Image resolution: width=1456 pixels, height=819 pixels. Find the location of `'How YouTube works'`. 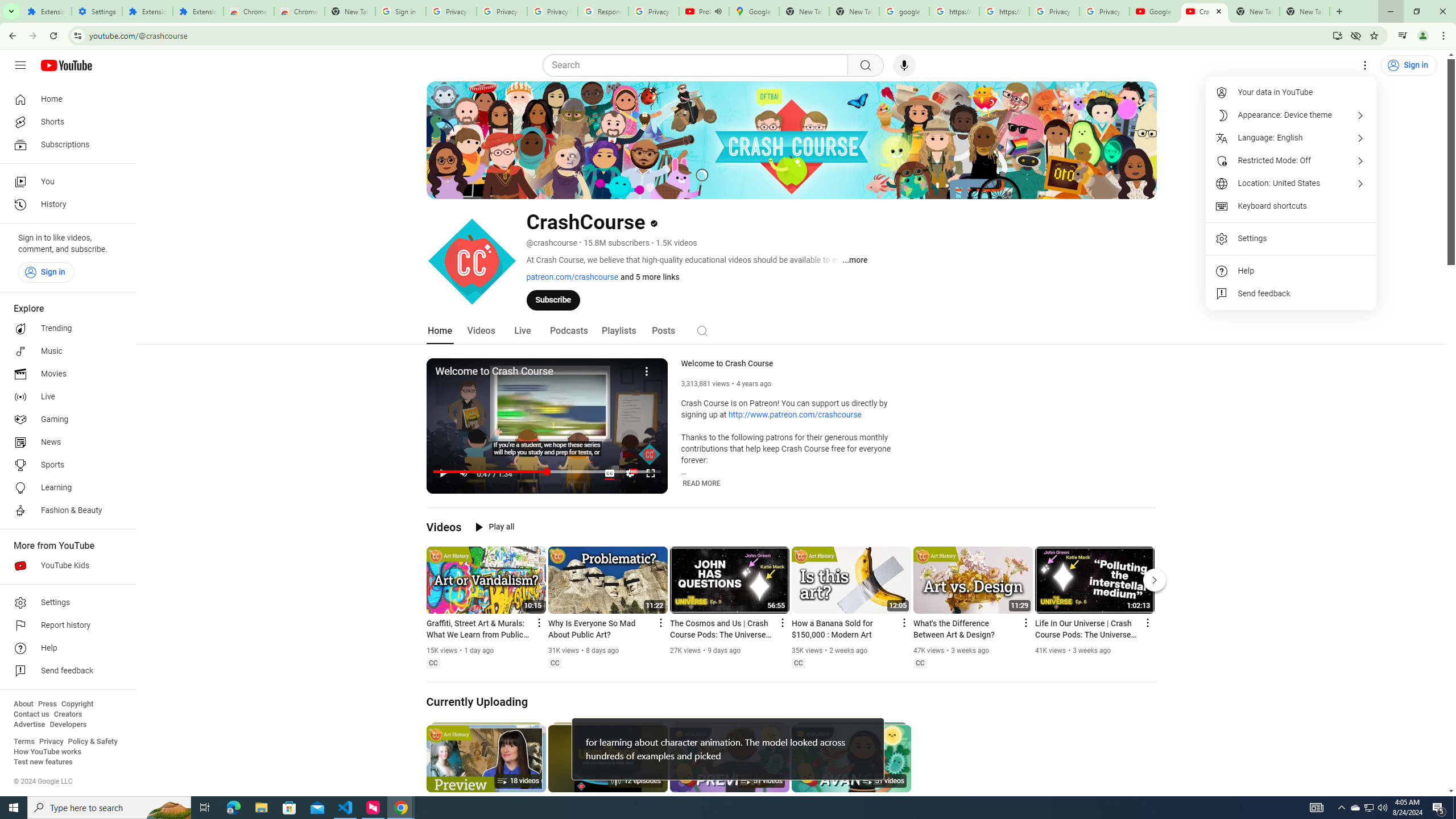

'How YouTube works' is located at coordinates (47, 751).